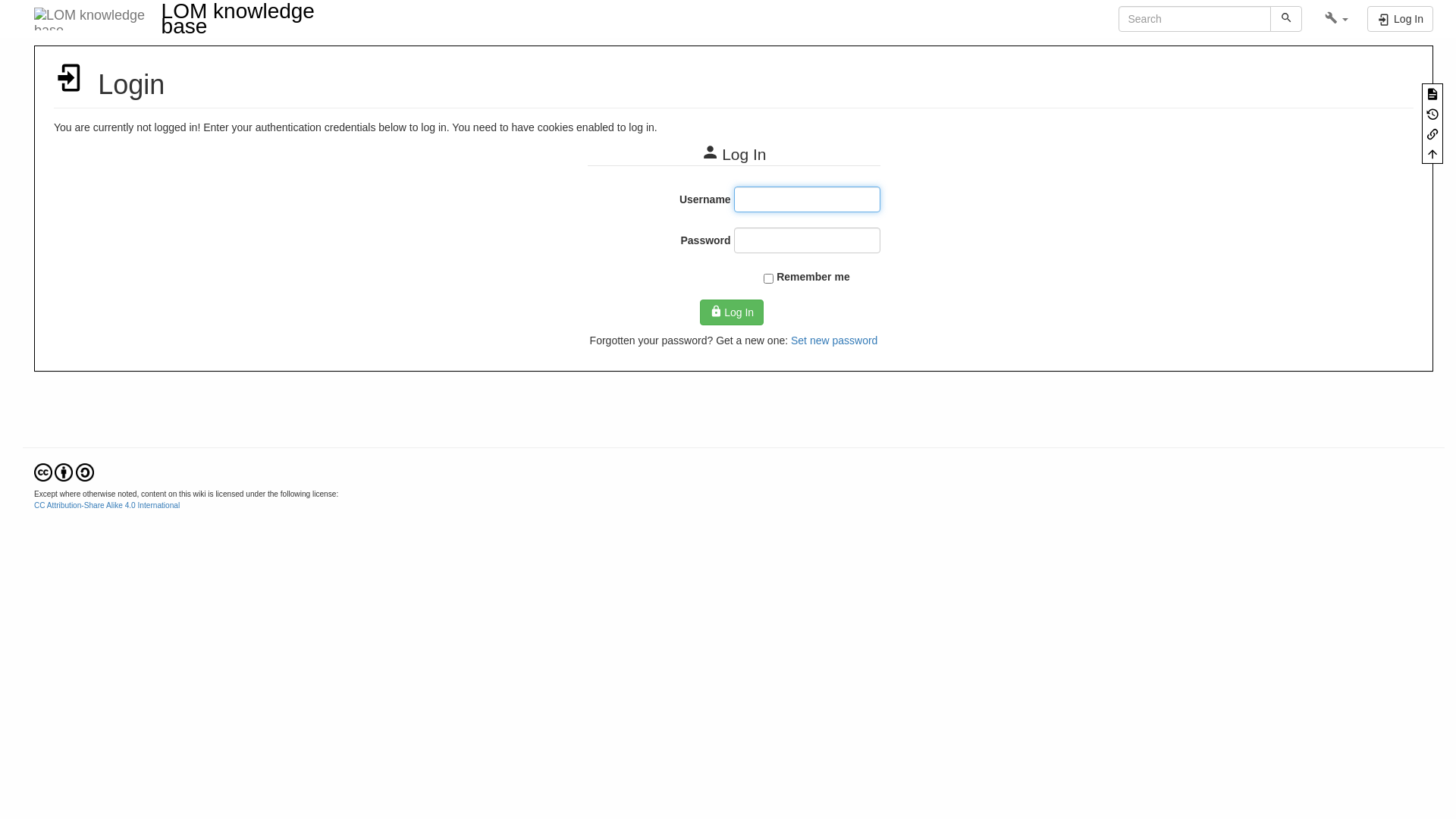 This screenshot has width=1456, height=819. What do you see at coordinates (184, 18) in the screenshot?
I see `'LOM knowledge base'` at bounding box center [184, 18].